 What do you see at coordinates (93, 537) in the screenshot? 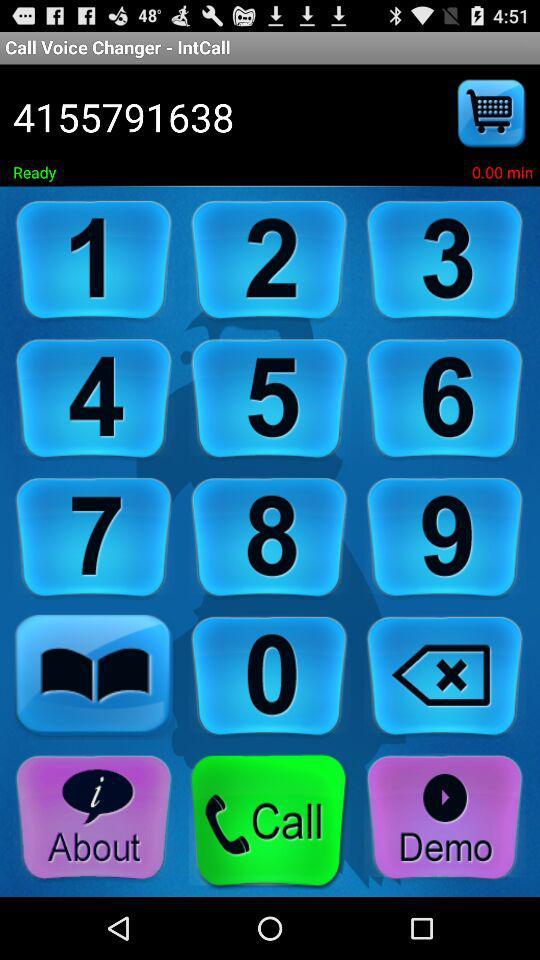
I see `keypad numbering` at bounding box center [93, 537].